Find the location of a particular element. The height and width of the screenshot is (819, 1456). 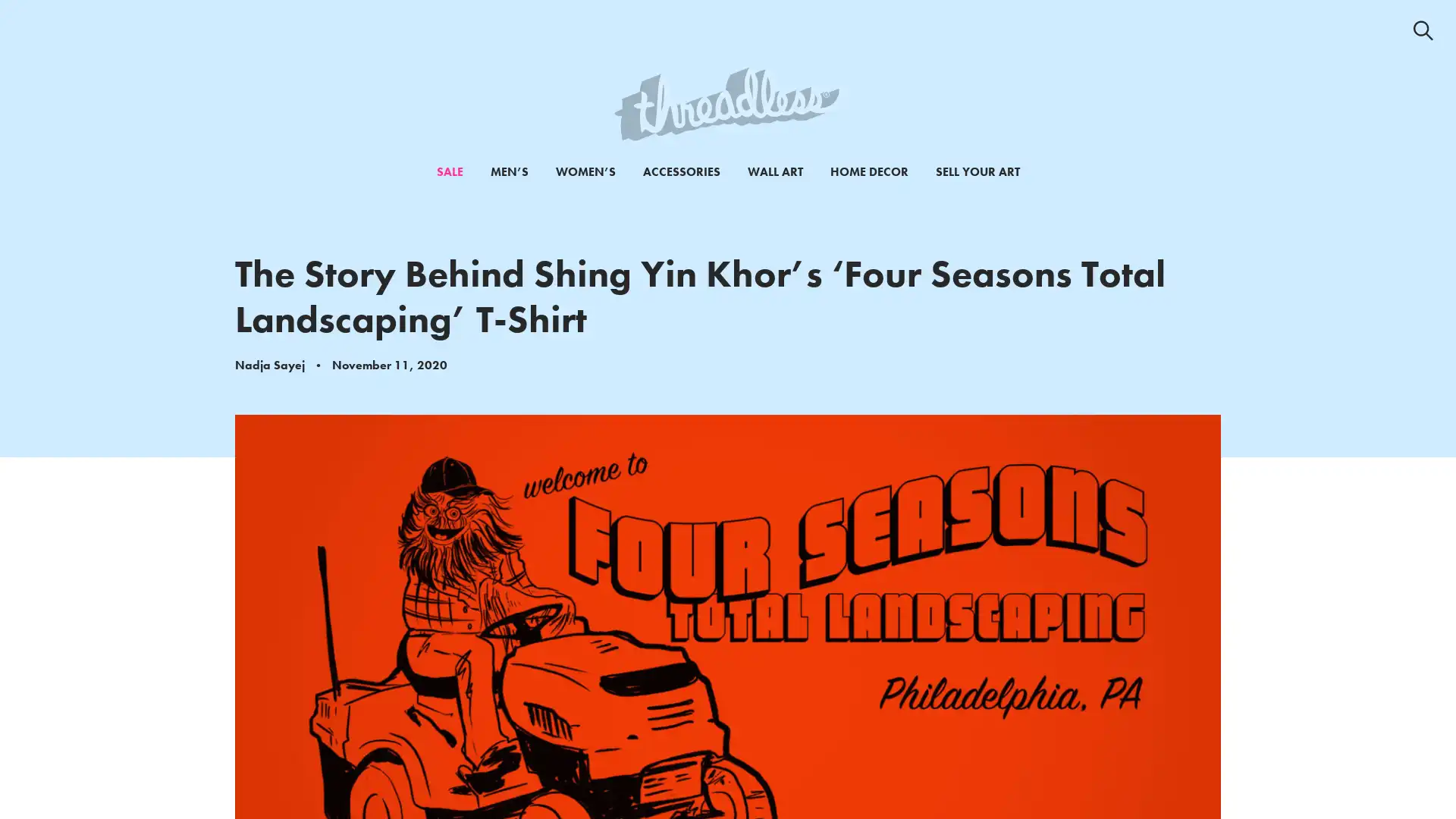

Search is located at coordinates (1393, 44).